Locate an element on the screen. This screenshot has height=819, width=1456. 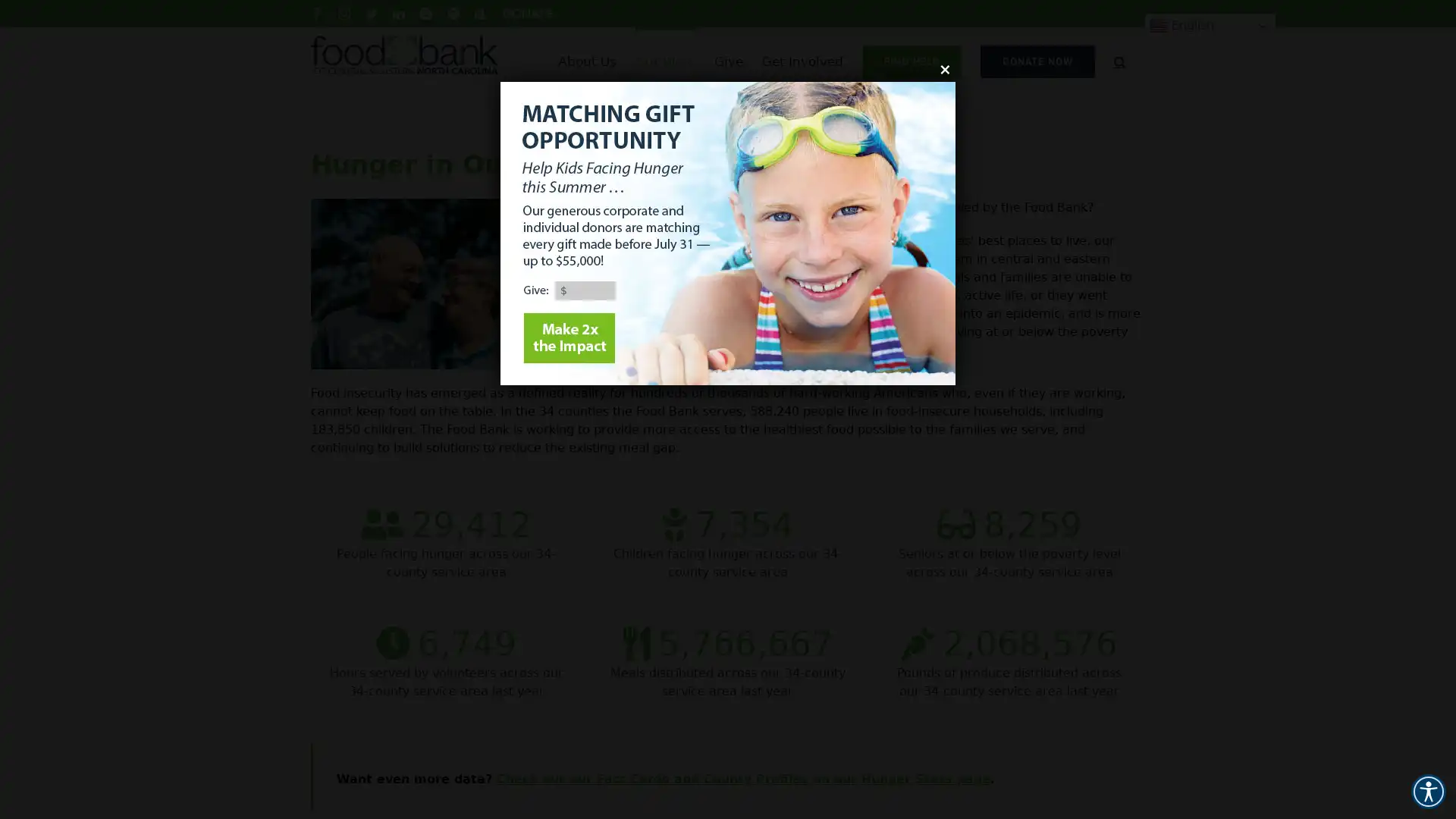
Search is located at coordinates (1120, 60).